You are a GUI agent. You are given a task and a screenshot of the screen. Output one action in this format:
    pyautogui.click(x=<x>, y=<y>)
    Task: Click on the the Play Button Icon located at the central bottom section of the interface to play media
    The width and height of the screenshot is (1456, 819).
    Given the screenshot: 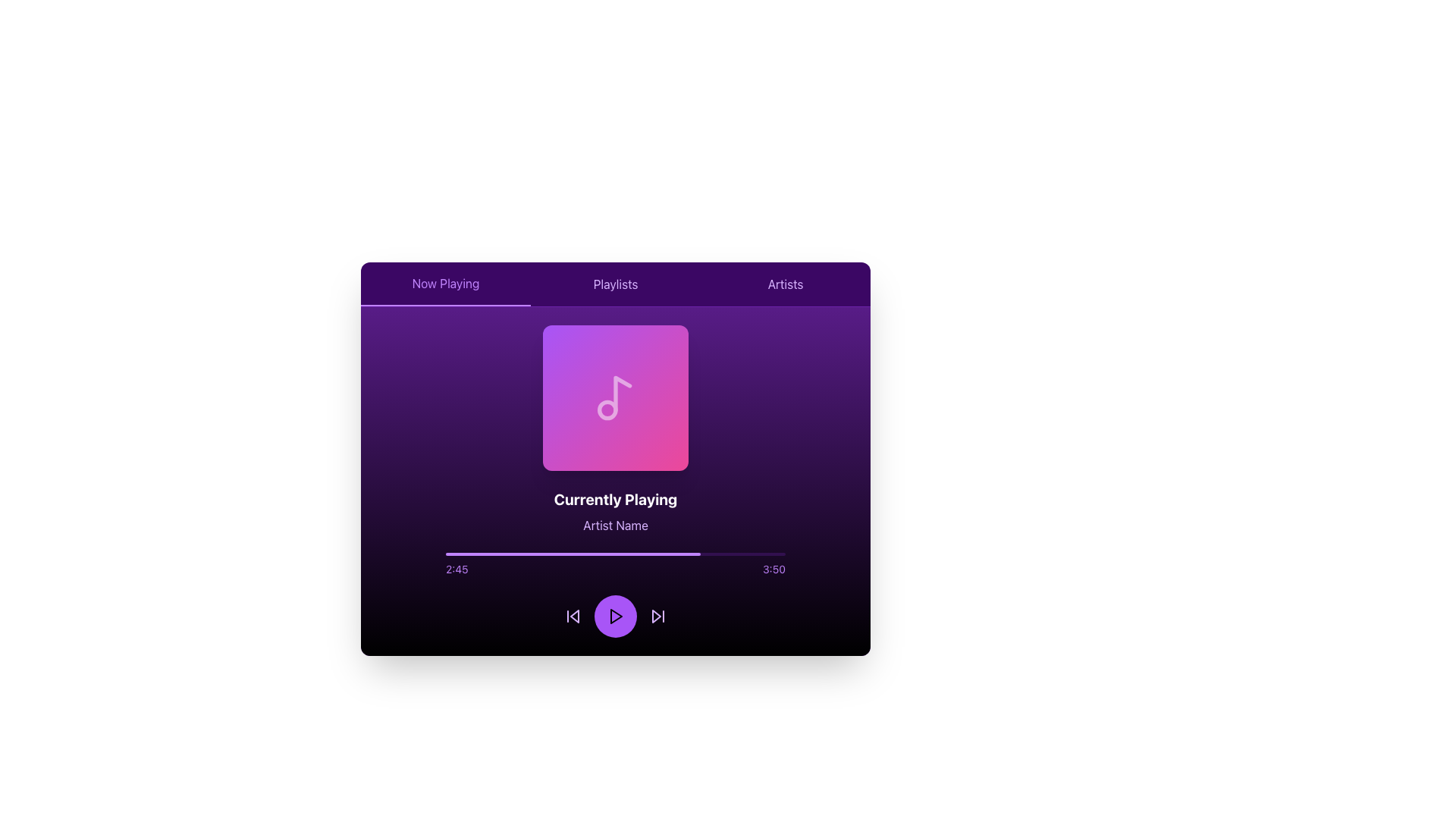 What is the action you would take?
    pyautogui.click(x=616, y=617)
    